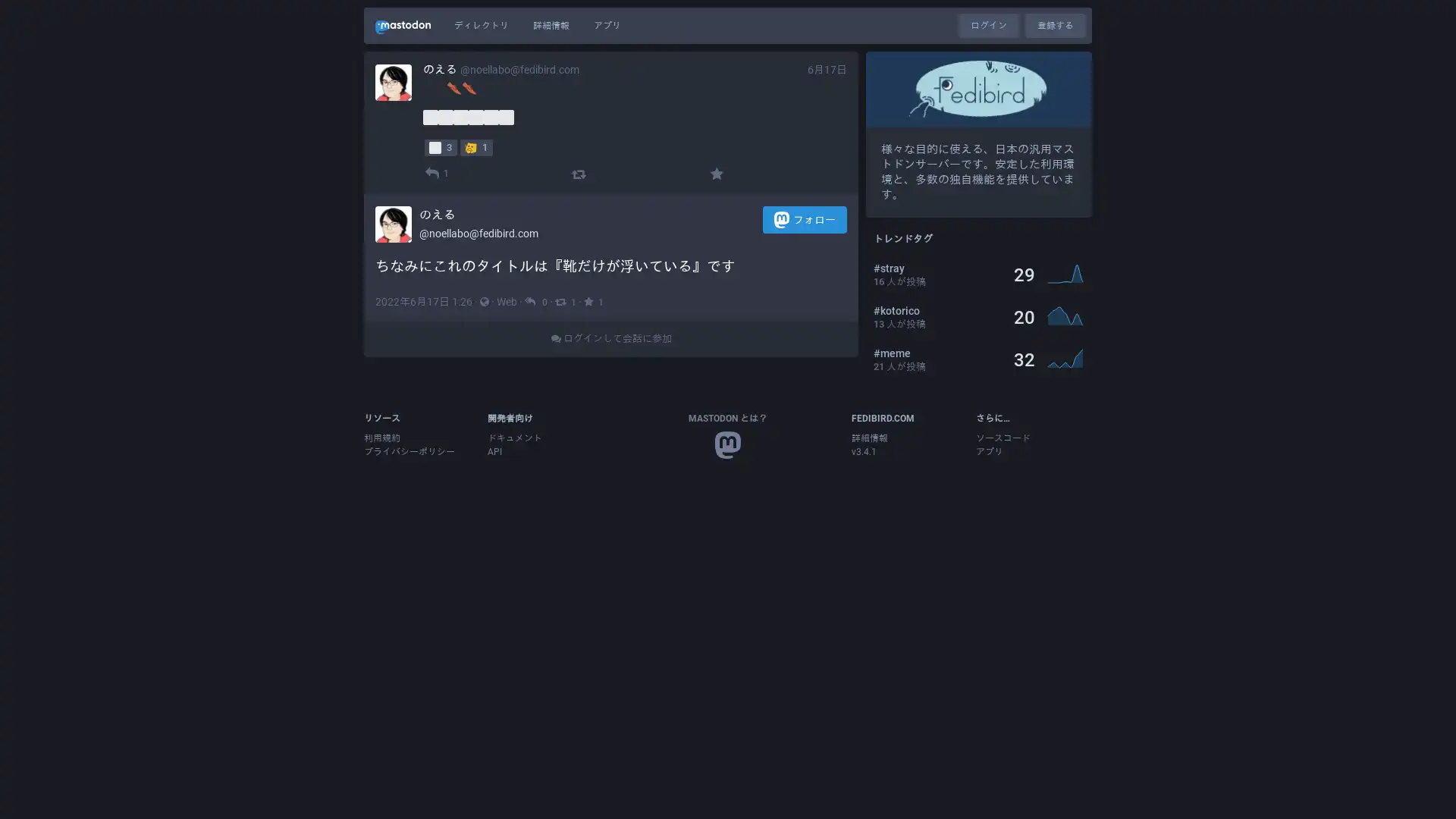 The width and height of the screenshot is (1456, 819). I want to click on 3, so click(440, 146).